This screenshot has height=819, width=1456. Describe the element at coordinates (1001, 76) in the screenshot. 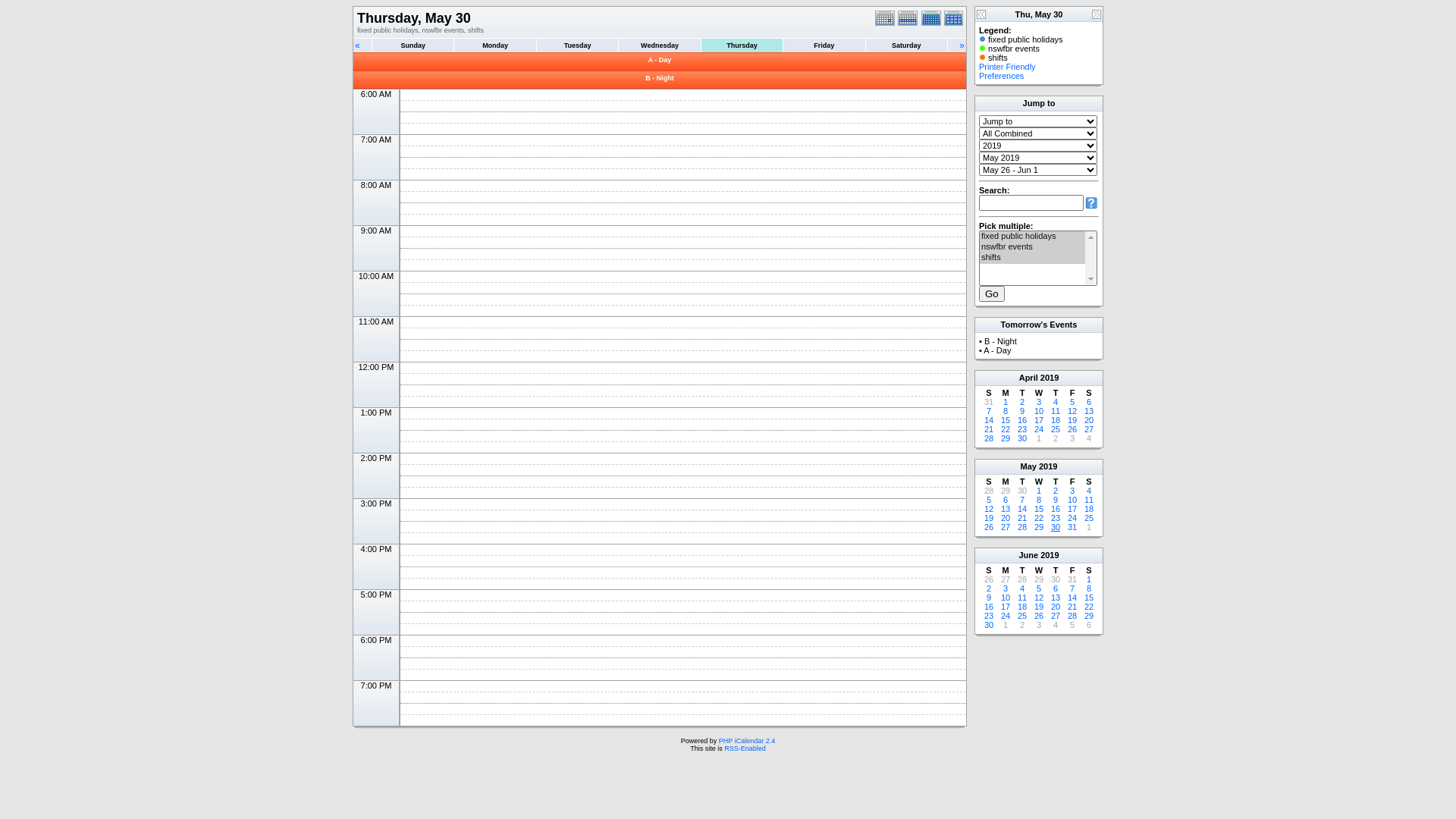

I see `'Preferences'` at that location.